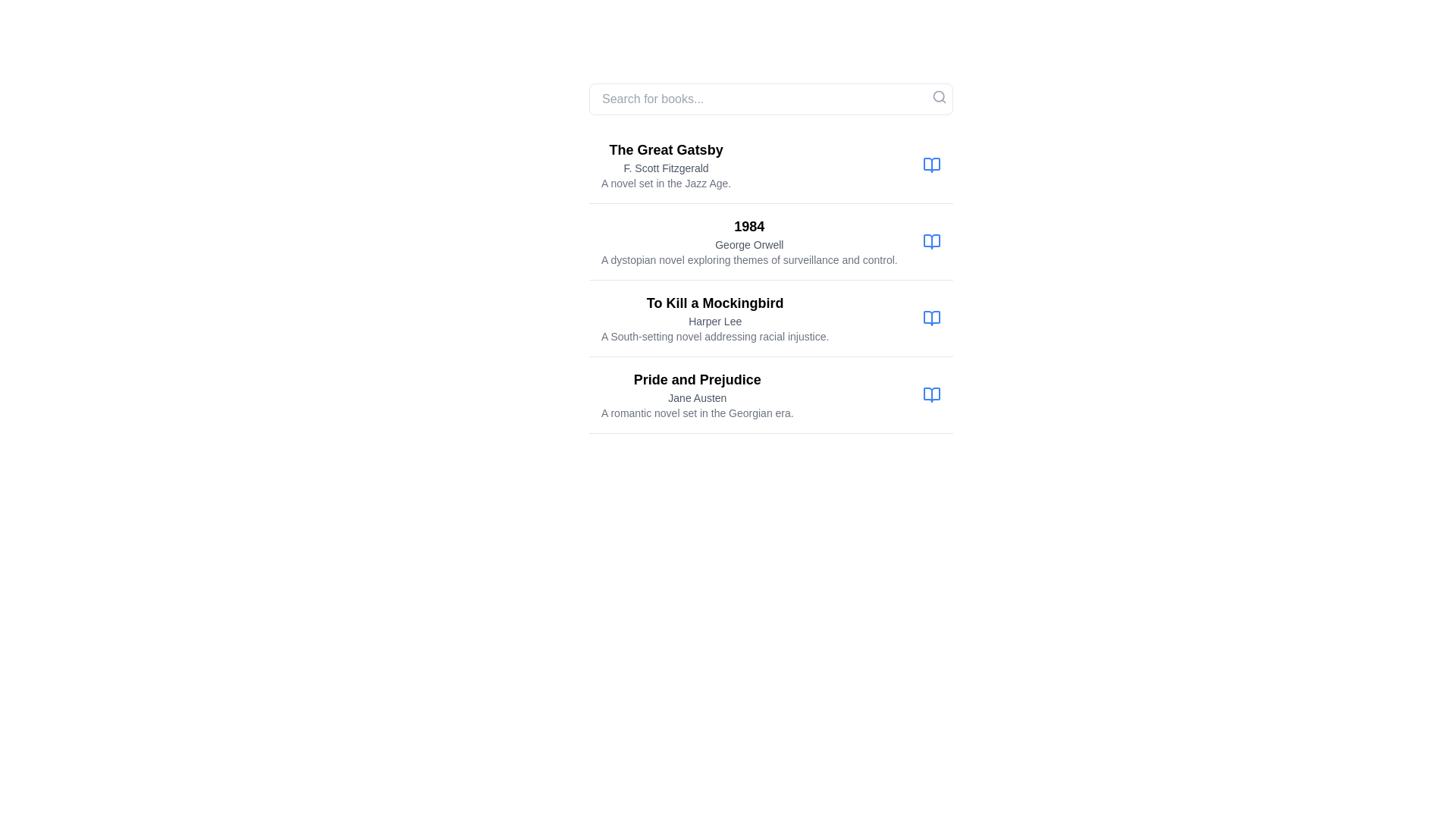 Image resolution: width=1456 pixels, height=819 pixels. What do you see at coordinates (696, 379) in the screenshot?
I see `the text label that serves as the title of a book in a list, located in the fourth position, below 'To Kill a Mockingbird' and above 'Jane Austen'` at bounding box center [696, 379].